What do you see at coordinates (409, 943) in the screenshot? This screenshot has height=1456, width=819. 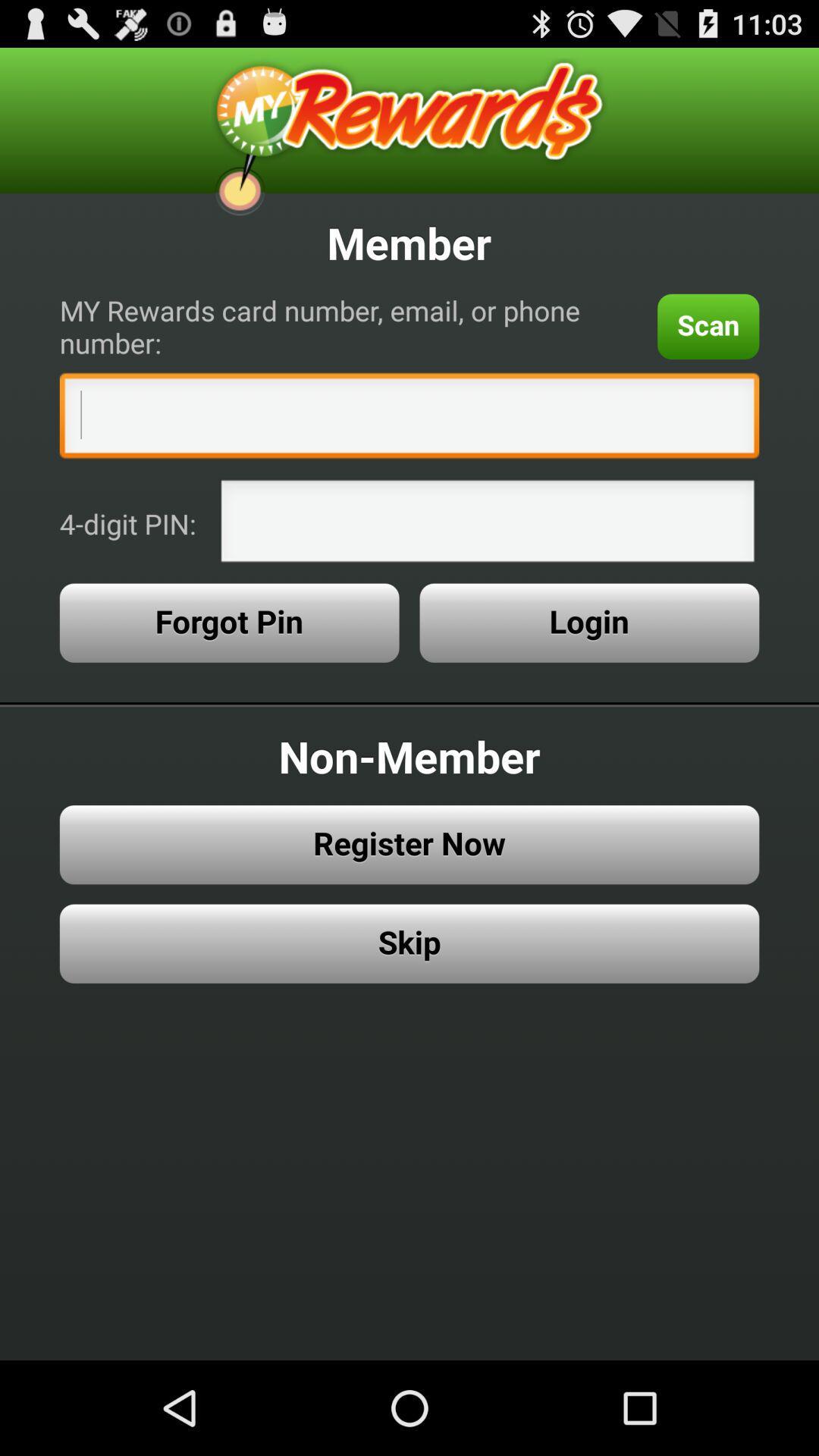 I see `the button below register now icon` at bounding box center [409, 943].